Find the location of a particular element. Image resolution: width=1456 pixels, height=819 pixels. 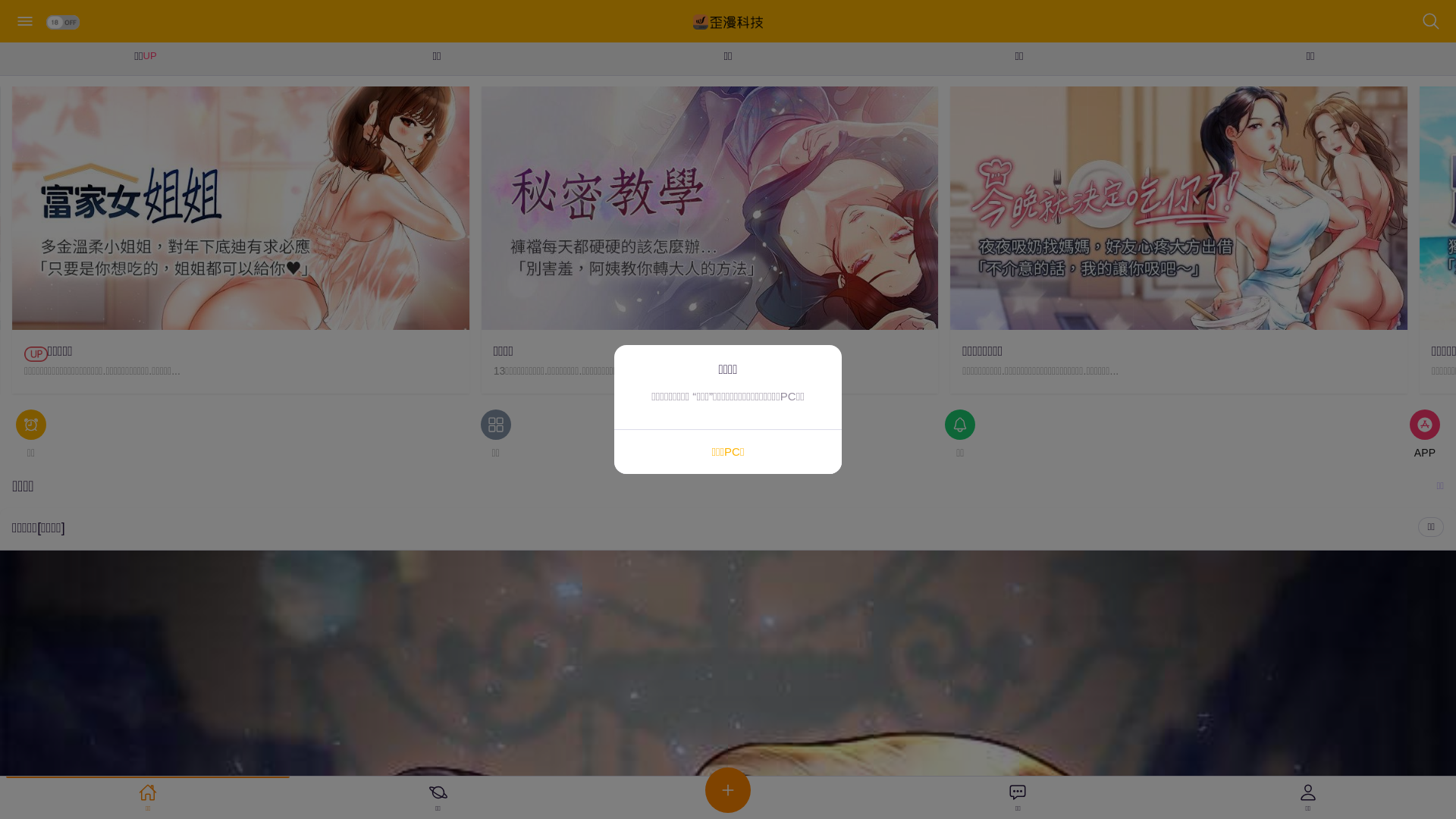

'APP' is located at coordinates (1423, 435).